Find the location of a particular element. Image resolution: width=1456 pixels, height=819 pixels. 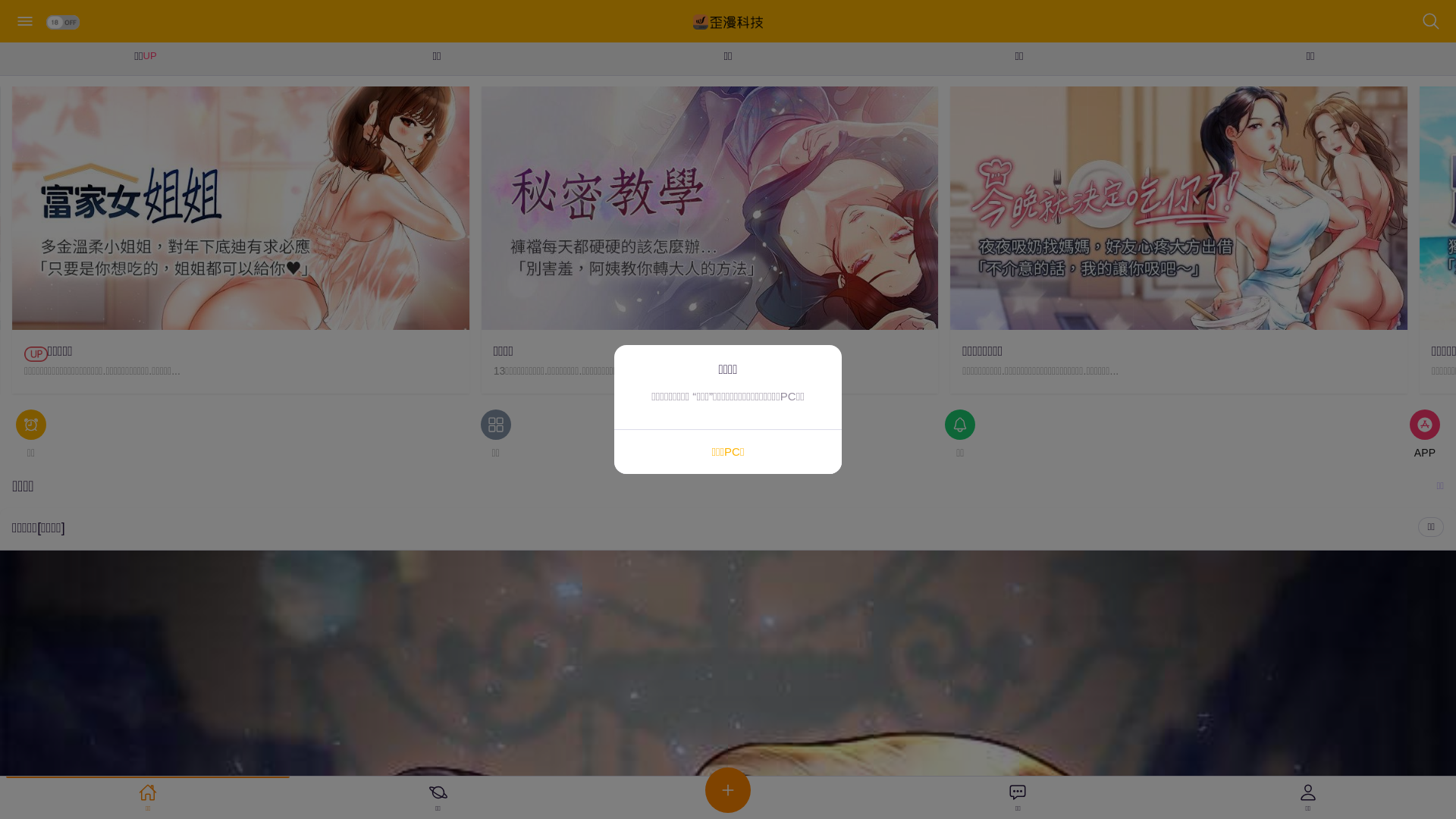

'APP' is located at coordinates (1423, 435).